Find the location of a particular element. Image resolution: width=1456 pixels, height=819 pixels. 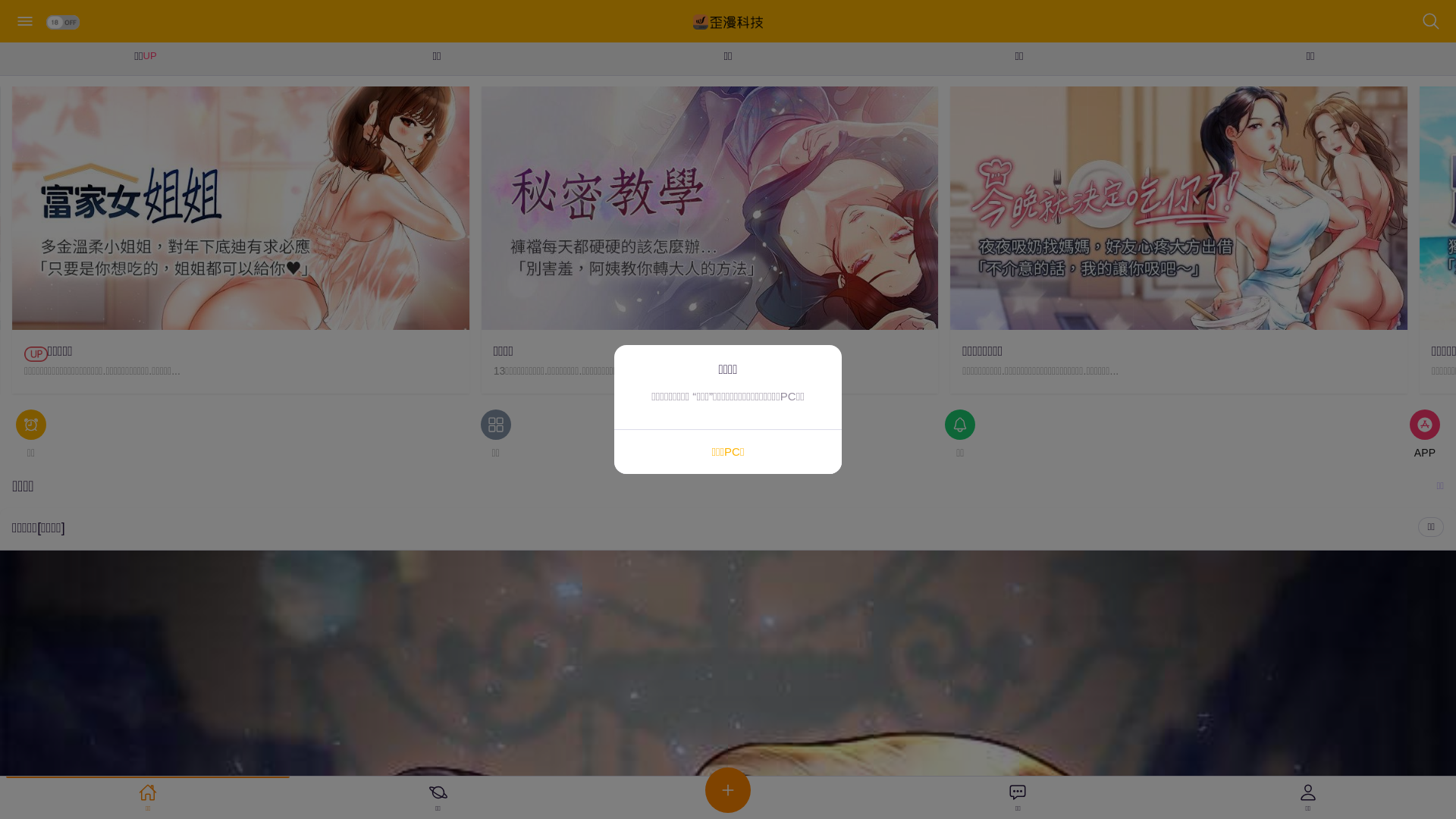

'APP' is located at coordinates (1423, 435).